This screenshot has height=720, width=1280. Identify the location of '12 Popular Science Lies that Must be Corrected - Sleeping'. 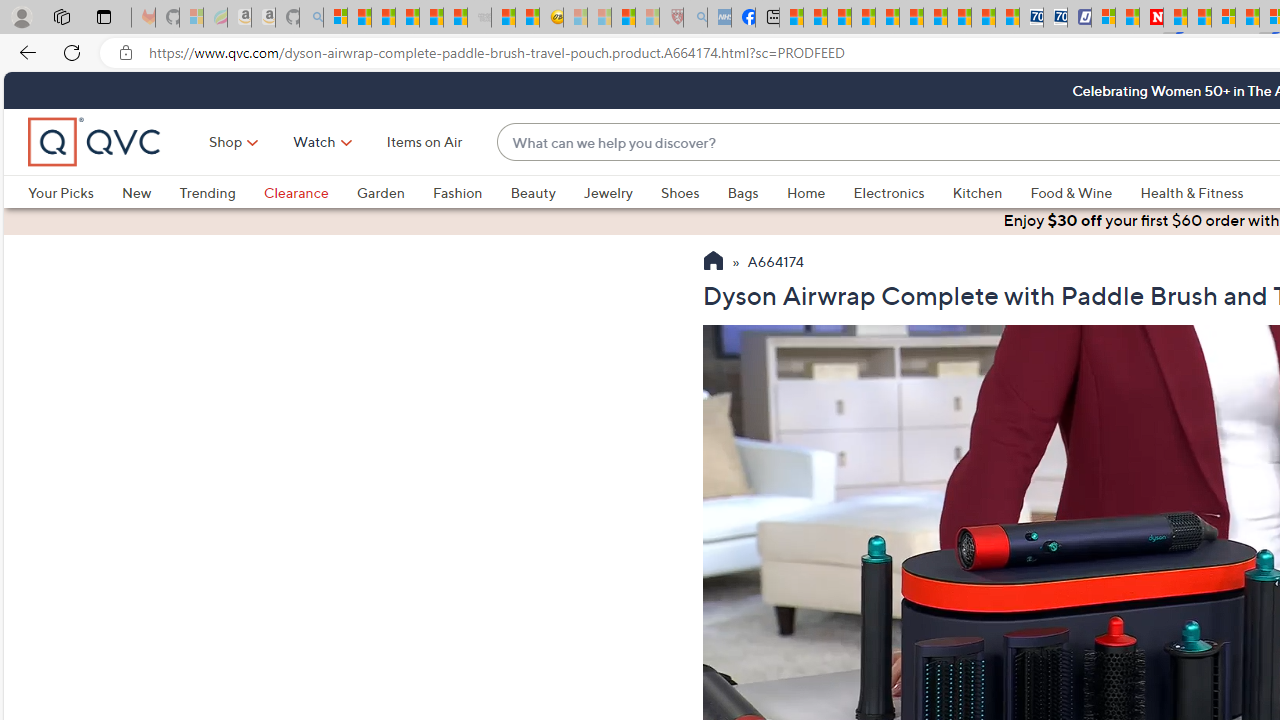
(647, 17).